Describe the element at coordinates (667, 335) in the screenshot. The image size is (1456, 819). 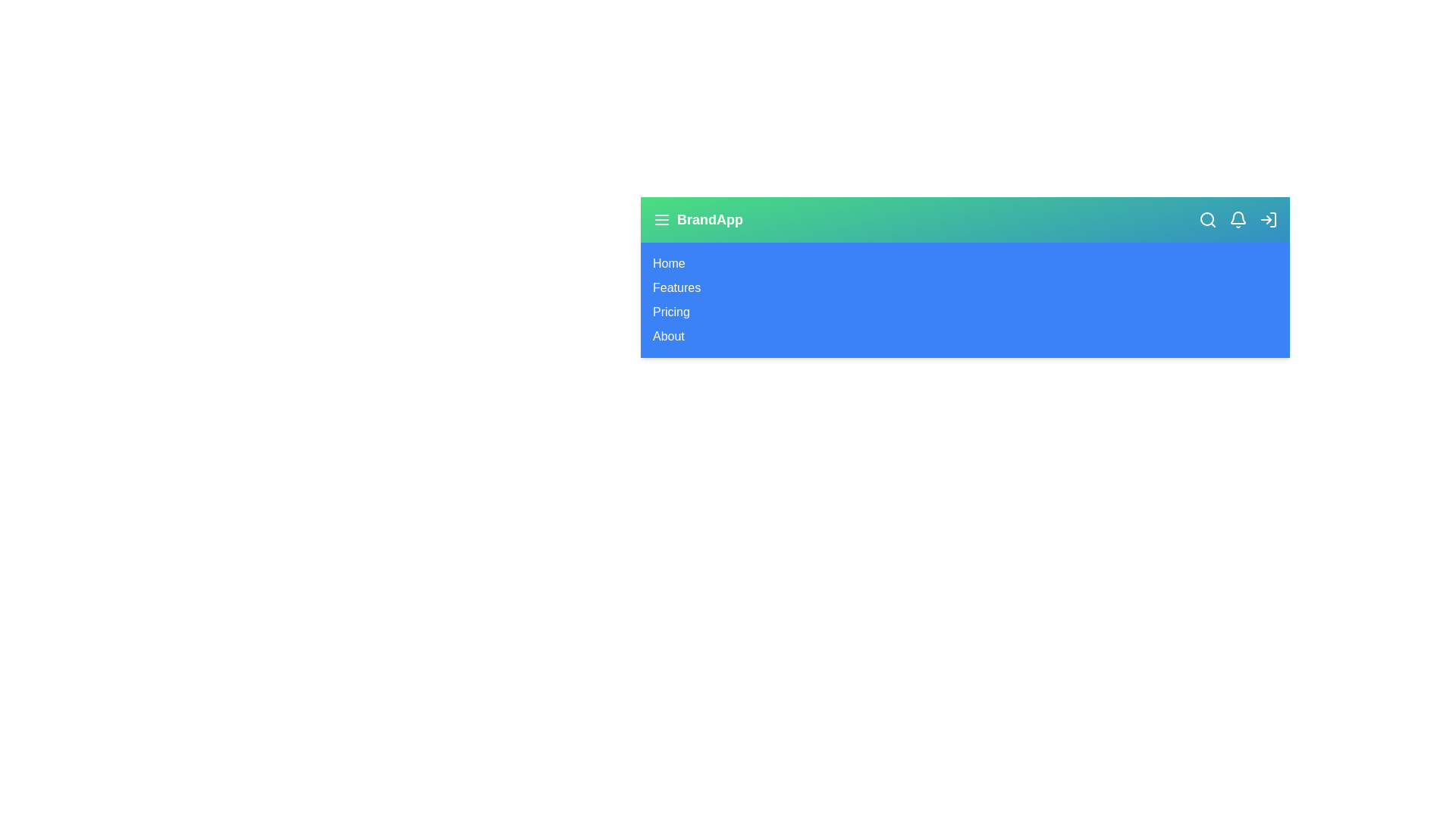
I see `the menu item corresponding to About to navigate to that section` at that location.